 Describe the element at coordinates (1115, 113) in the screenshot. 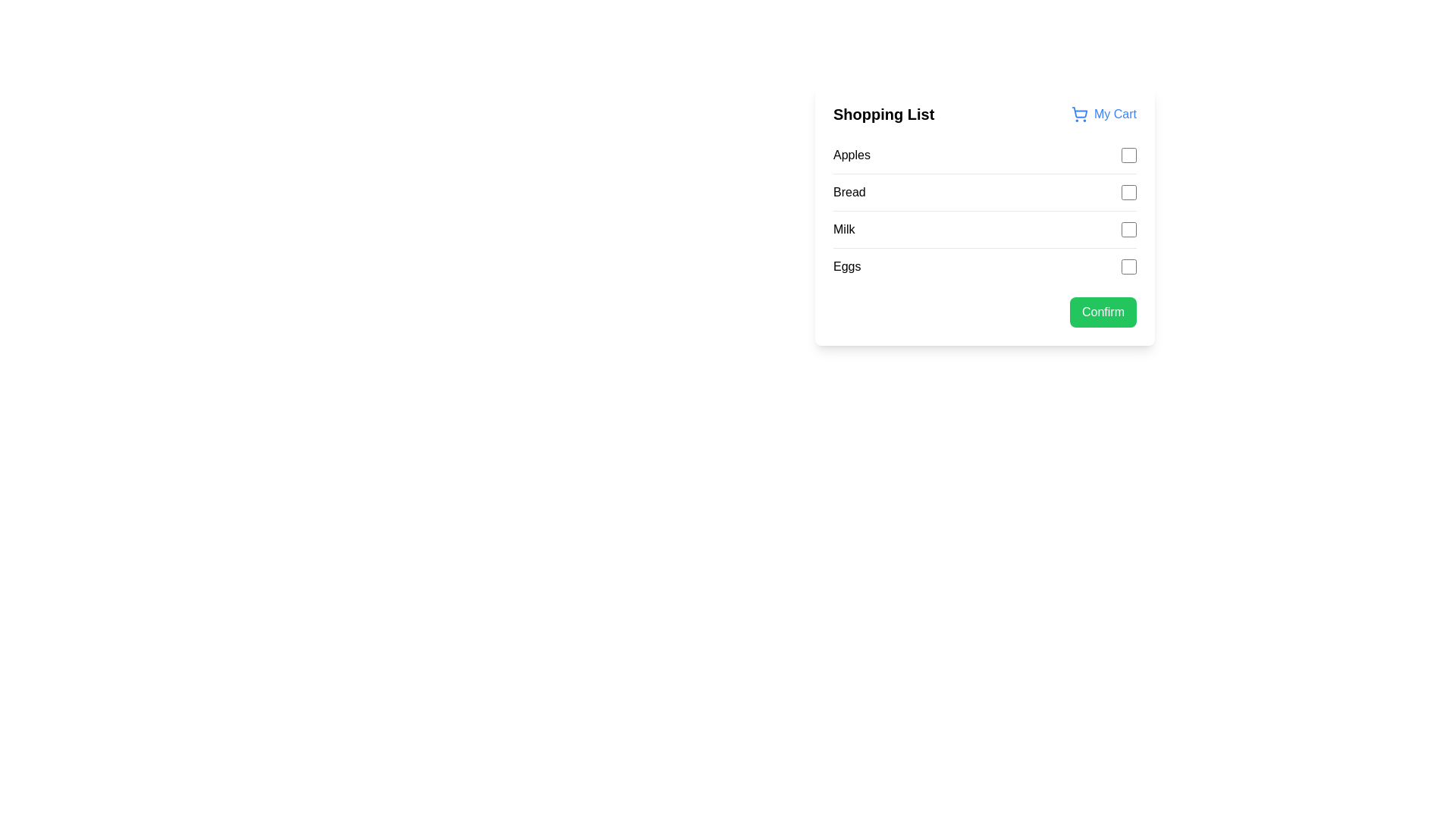

I see `the 'My Cart' text label located at the top-right corner of the card` at that location.